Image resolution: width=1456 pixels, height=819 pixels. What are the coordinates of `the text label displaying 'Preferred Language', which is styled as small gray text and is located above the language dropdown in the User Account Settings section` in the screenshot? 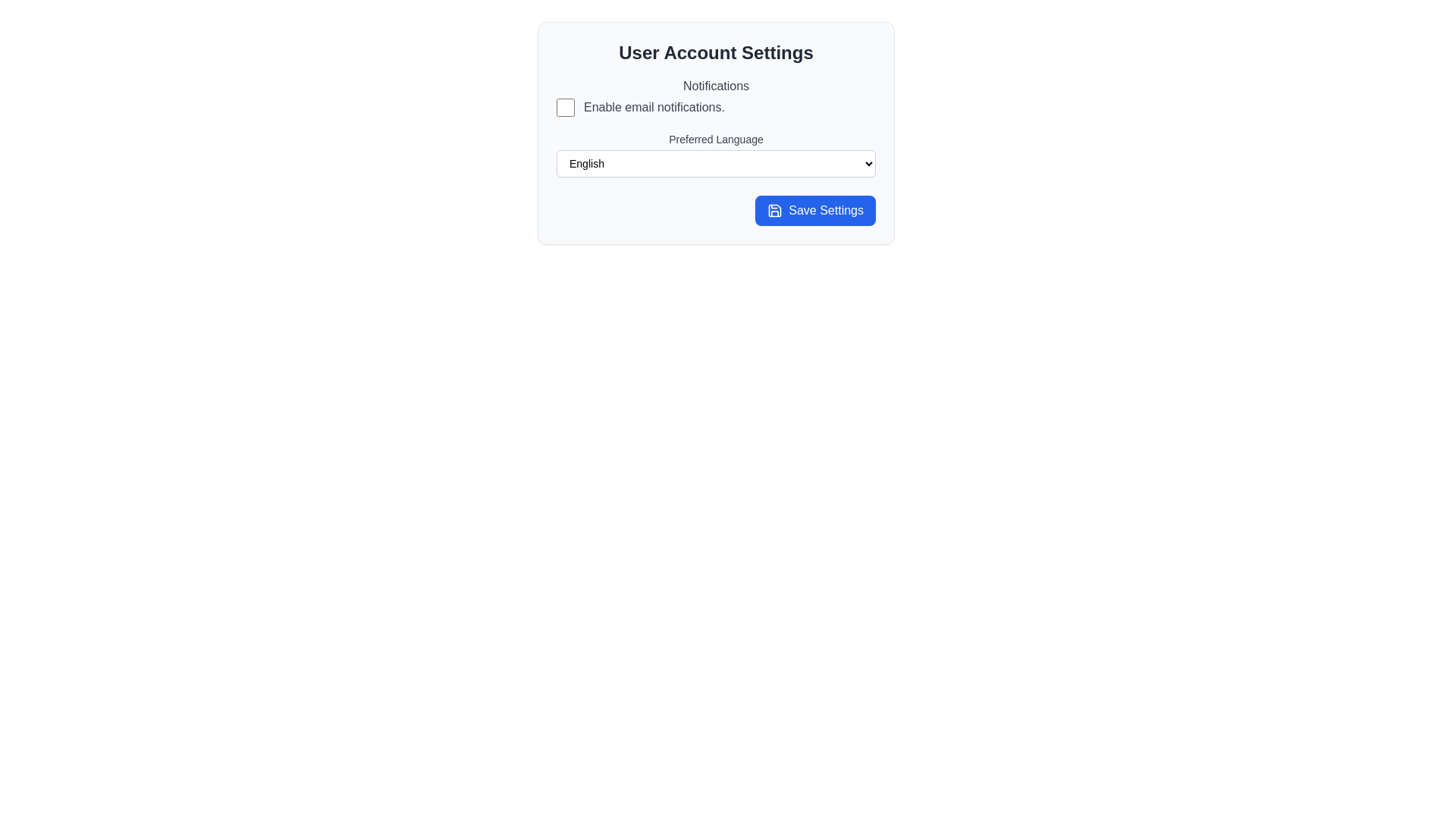 It's located at (715, 140).